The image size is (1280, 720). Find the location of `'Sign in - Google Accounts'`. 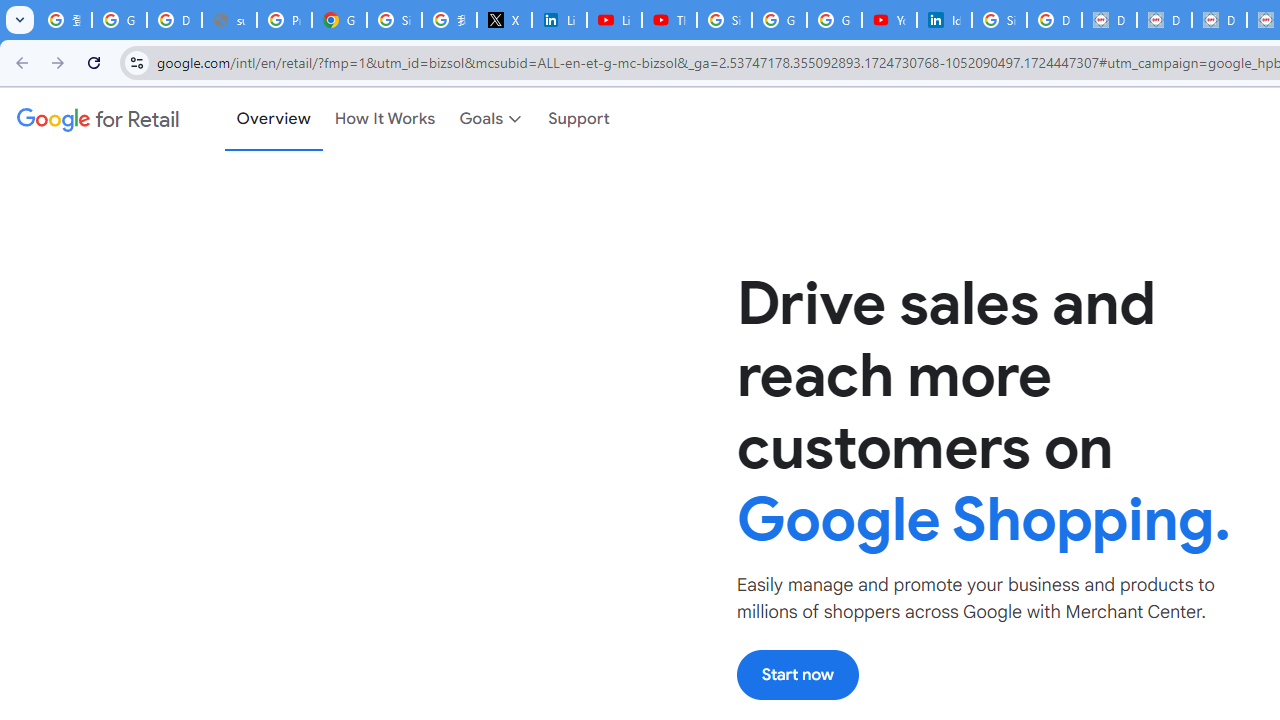

'Sign in - Google Accounts' is located at coordinates (999, 20).